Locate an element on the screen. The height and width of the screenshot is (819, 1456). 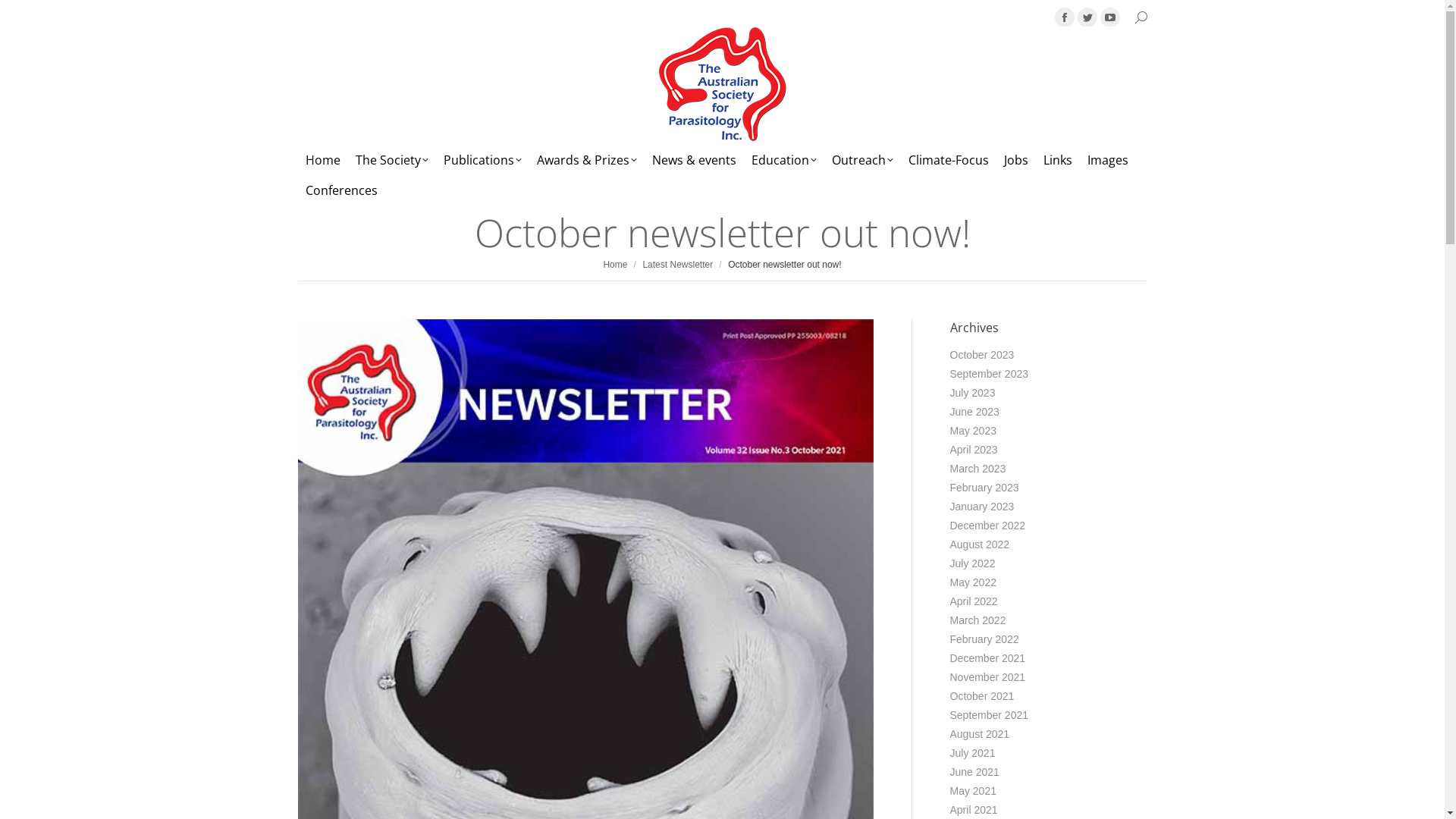
'Facebook page opens in new window' is located at coordinates (1062, 17).